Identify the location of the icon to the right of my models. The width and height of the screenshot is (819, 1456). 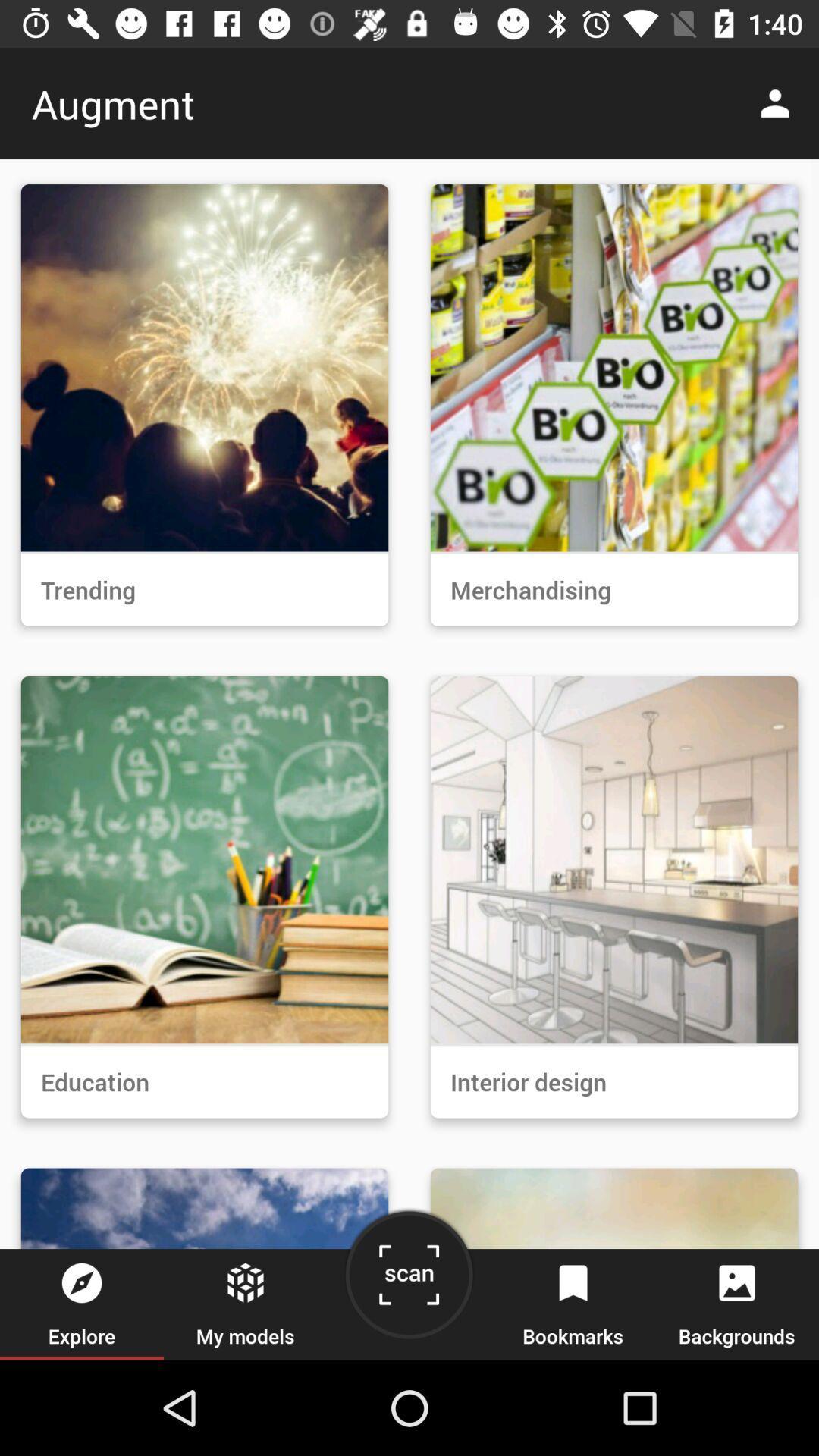
(408, 1280).